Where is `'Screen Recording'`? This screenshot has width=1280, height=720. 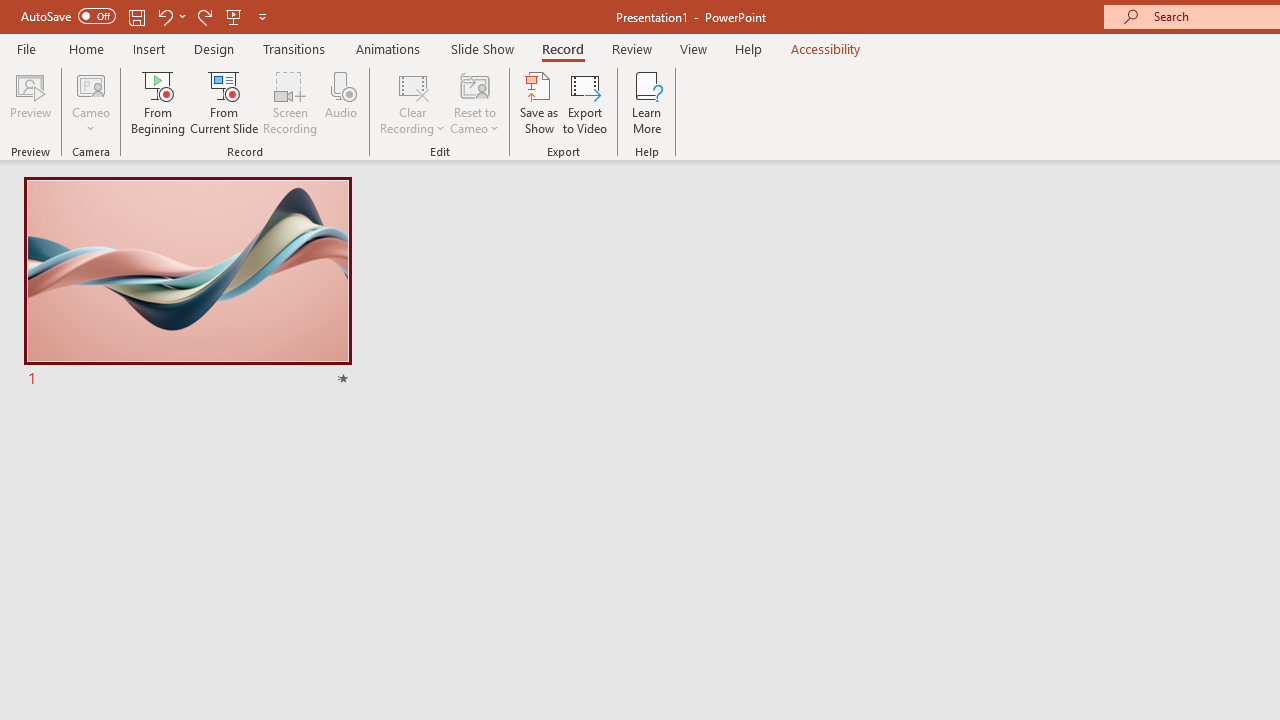 'Screen Recording' is located at coordinates (289, 103).